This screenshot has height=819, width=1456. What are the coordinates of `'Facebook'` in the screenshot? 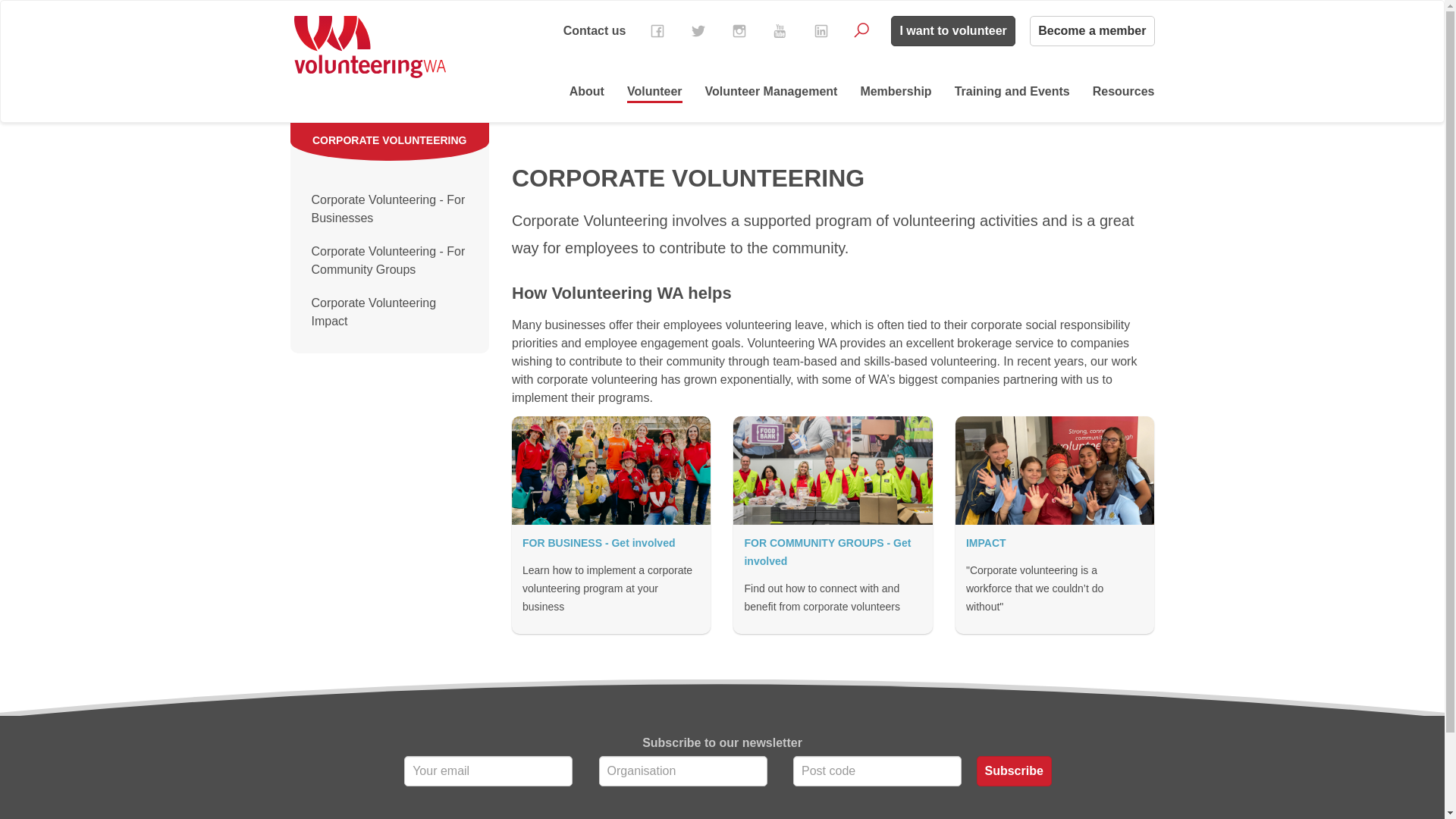 It's located at (657, 31).